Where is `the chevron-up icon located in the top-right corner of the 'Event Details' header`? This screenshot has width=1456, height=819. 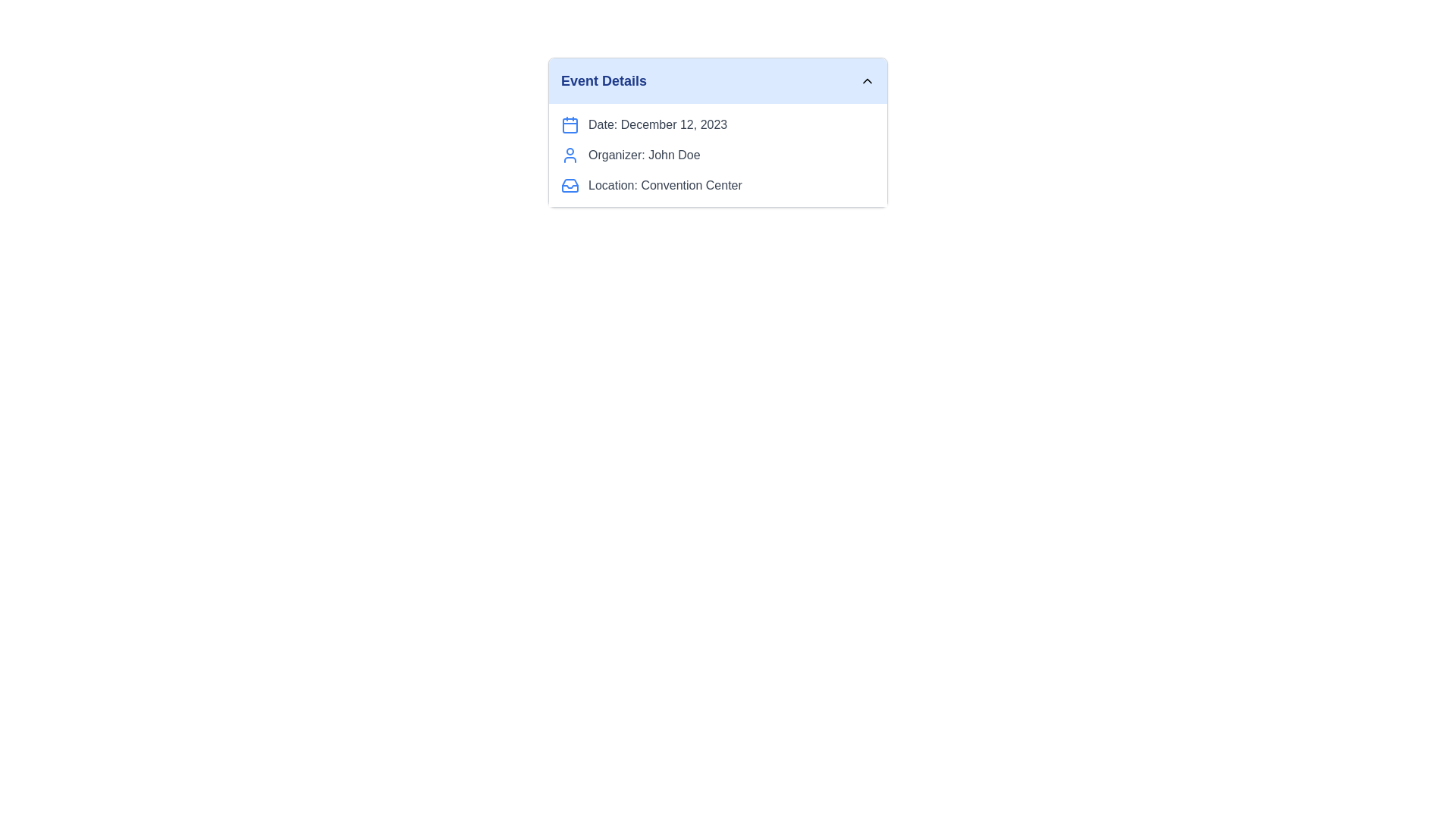
the chevron-up icon located in the top-right corner of the 'Event Details' header is located at coordinates (867, 81).